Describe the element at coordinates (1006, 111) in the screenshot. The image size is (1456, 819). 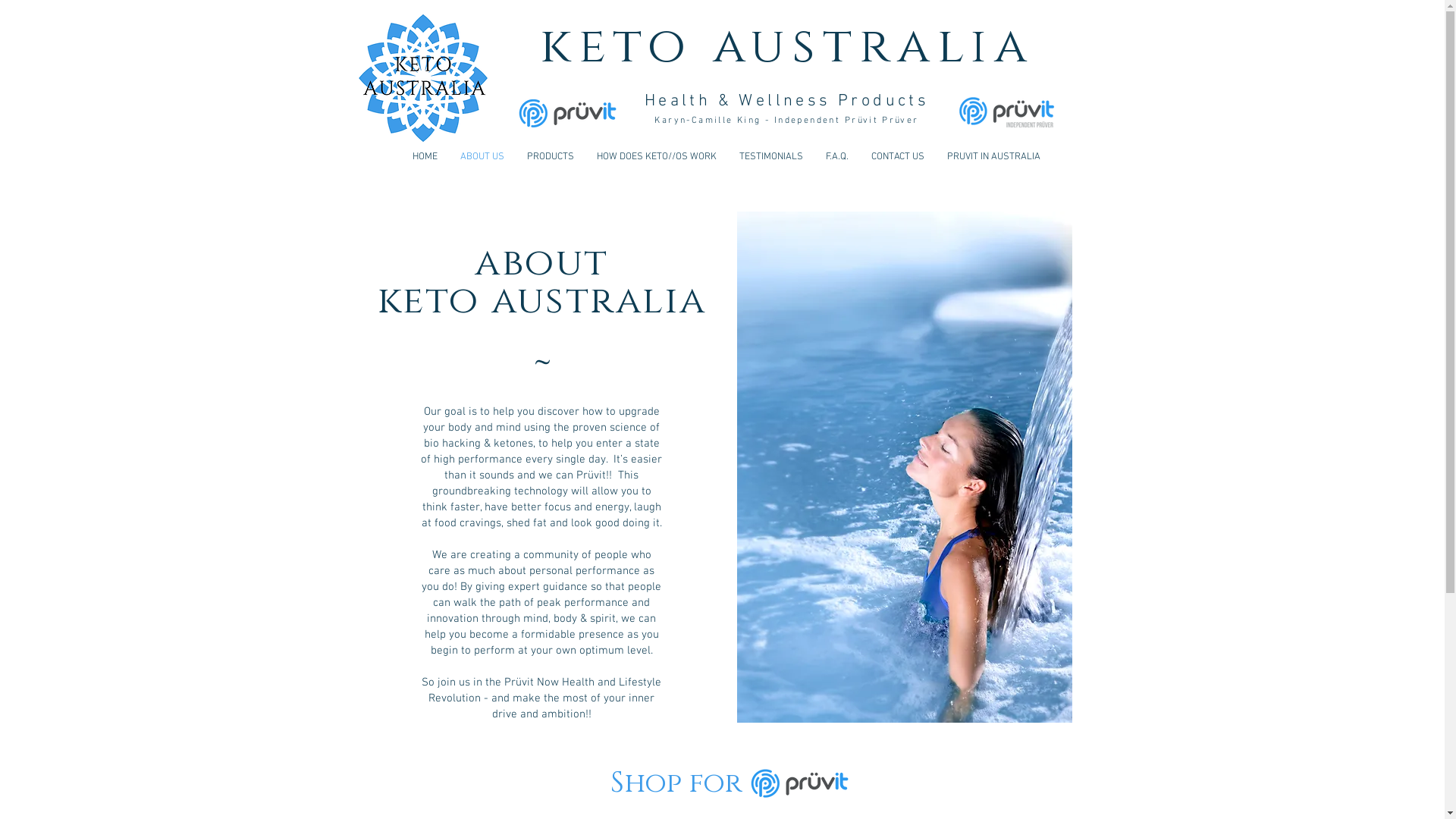
I see `'IPP Logo.png'` at that location.